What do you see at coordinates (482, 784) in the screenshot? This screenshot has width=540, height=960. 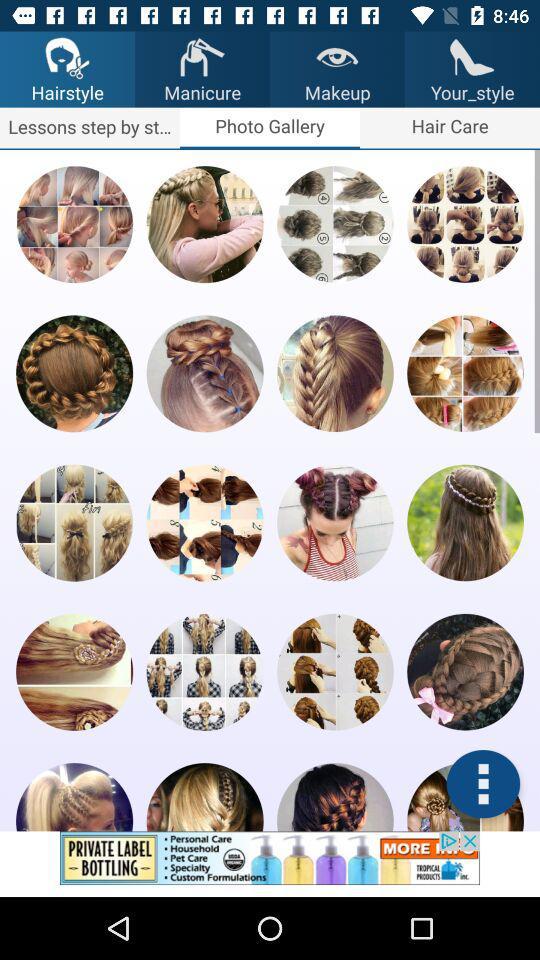 I see `photo editing app` at bounding box center [482, 784].